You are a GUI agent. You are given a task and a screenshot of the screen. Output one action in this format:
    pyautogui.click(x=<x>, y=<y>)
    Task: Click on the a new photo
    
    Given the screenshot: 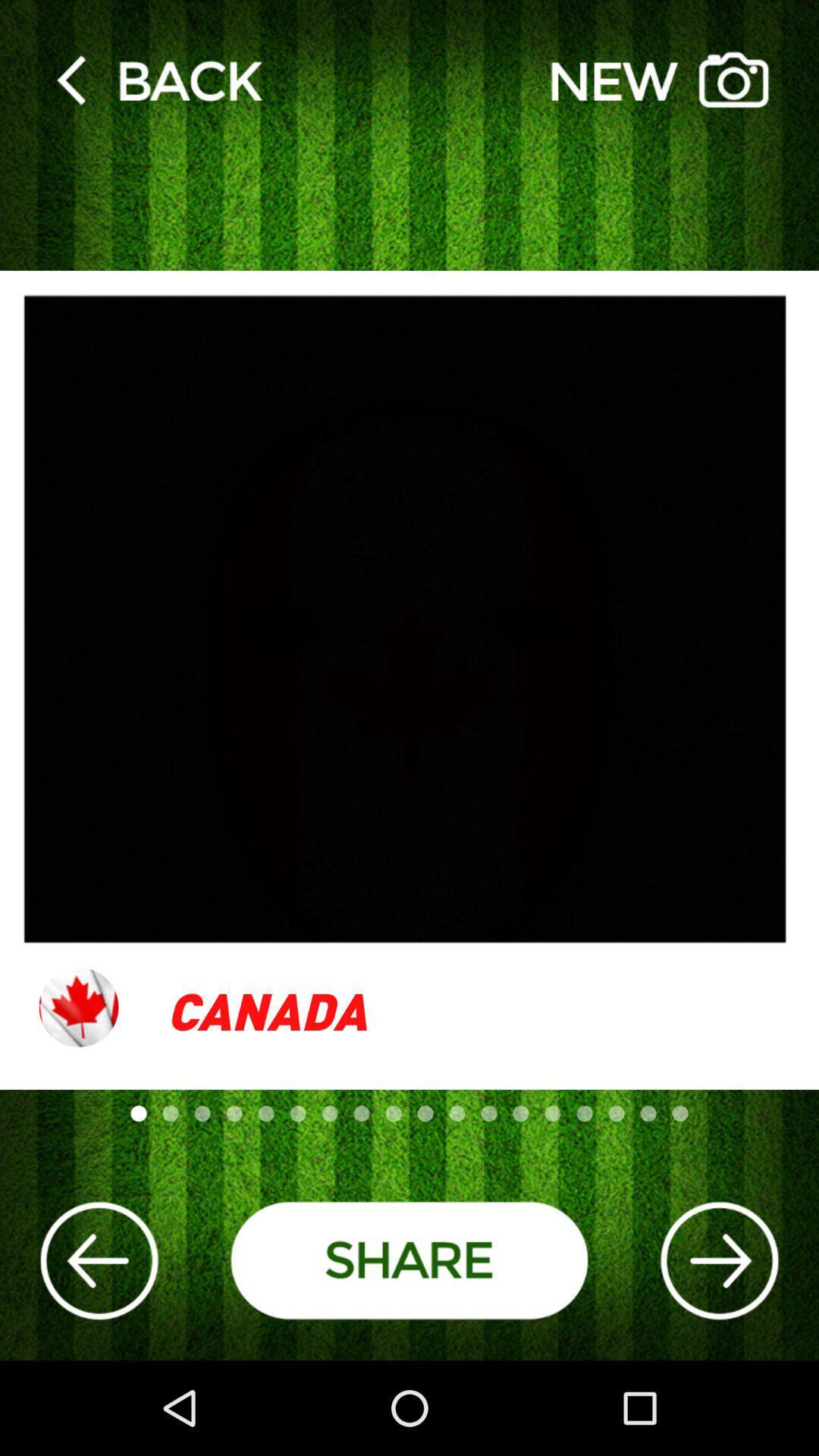 What is the action you would take?
    pyautogui.click(x=659, y=79)
    